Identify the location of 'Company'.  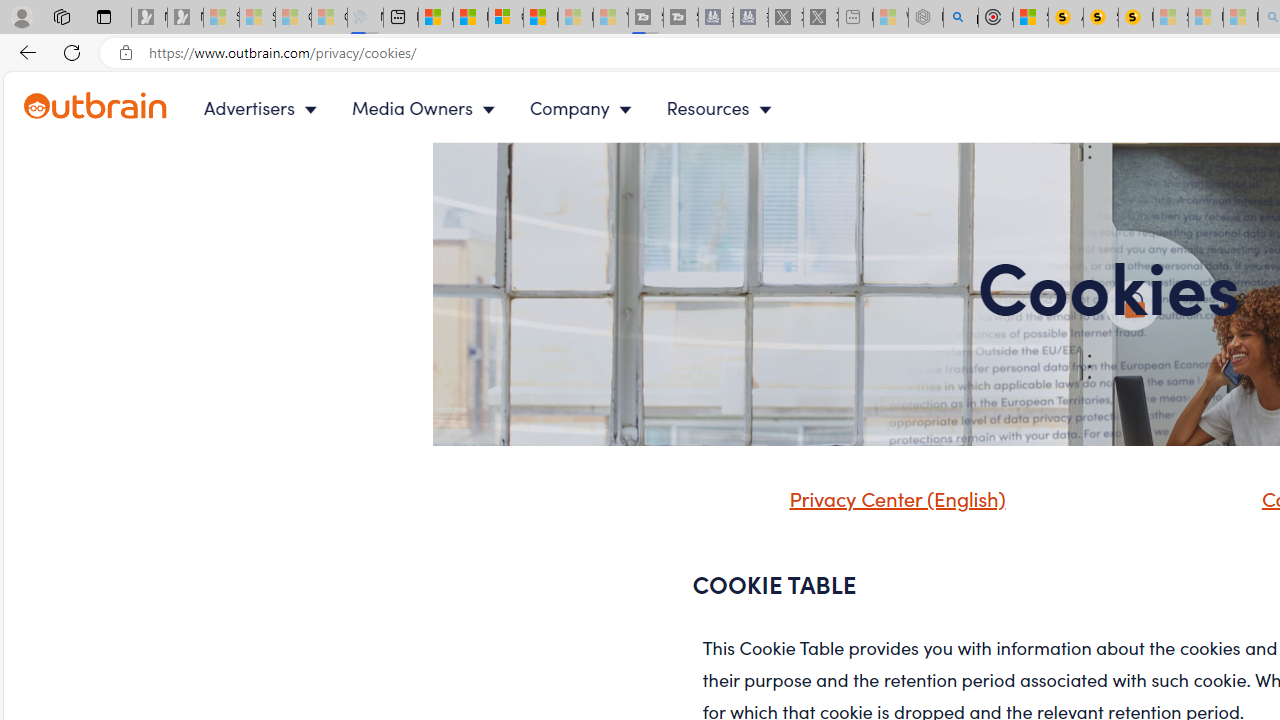
(584, 108).